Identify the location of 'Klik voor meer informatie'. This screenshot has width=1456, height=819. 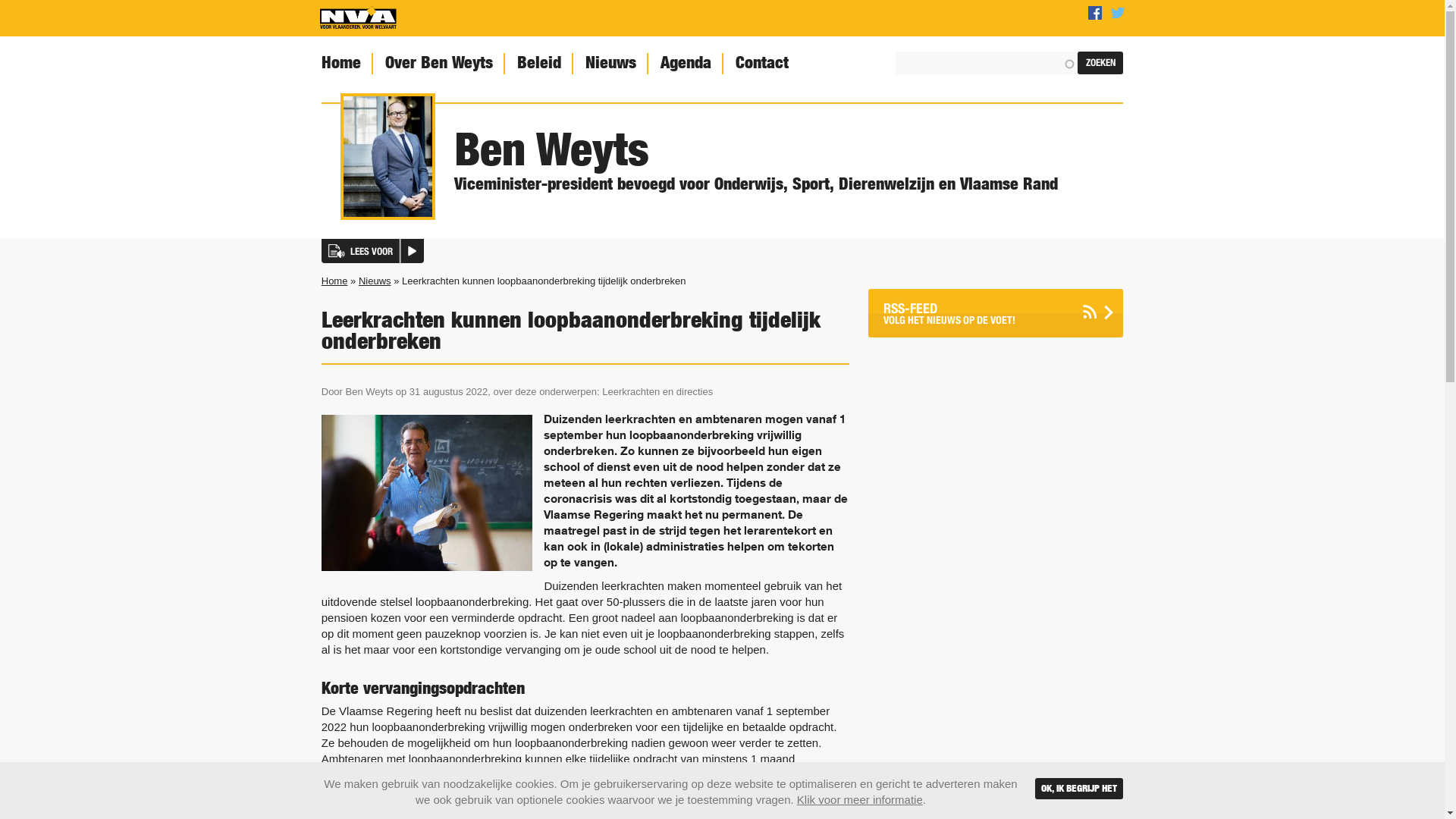
(859, 799).